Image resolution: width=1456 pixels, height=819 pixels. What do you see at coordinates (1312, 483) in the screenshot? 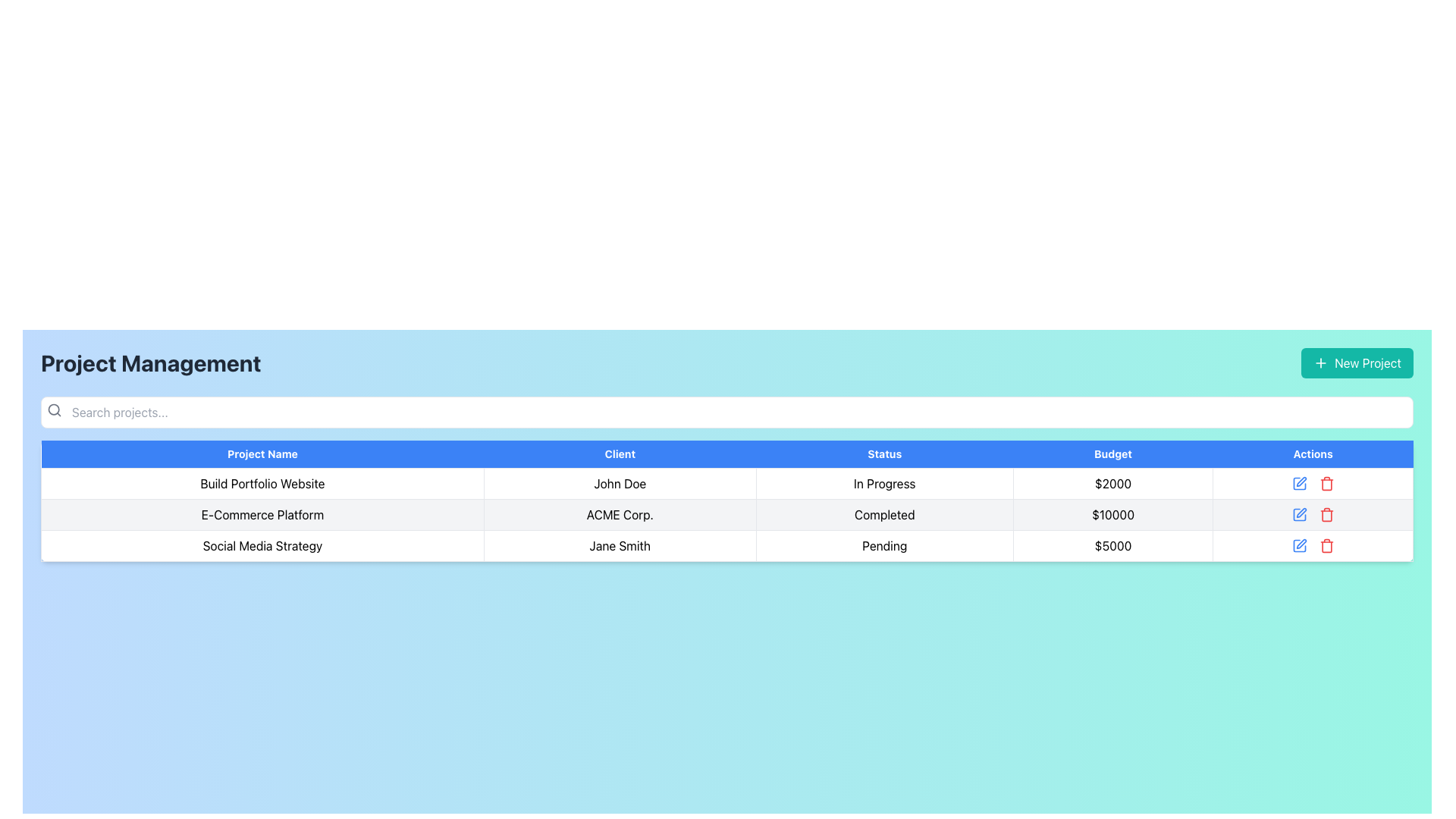
I see `the interactive icons in the last cell of the row for the 'Build Portfolio Website' project under the Actions header` at bounding box center [1312, 483].